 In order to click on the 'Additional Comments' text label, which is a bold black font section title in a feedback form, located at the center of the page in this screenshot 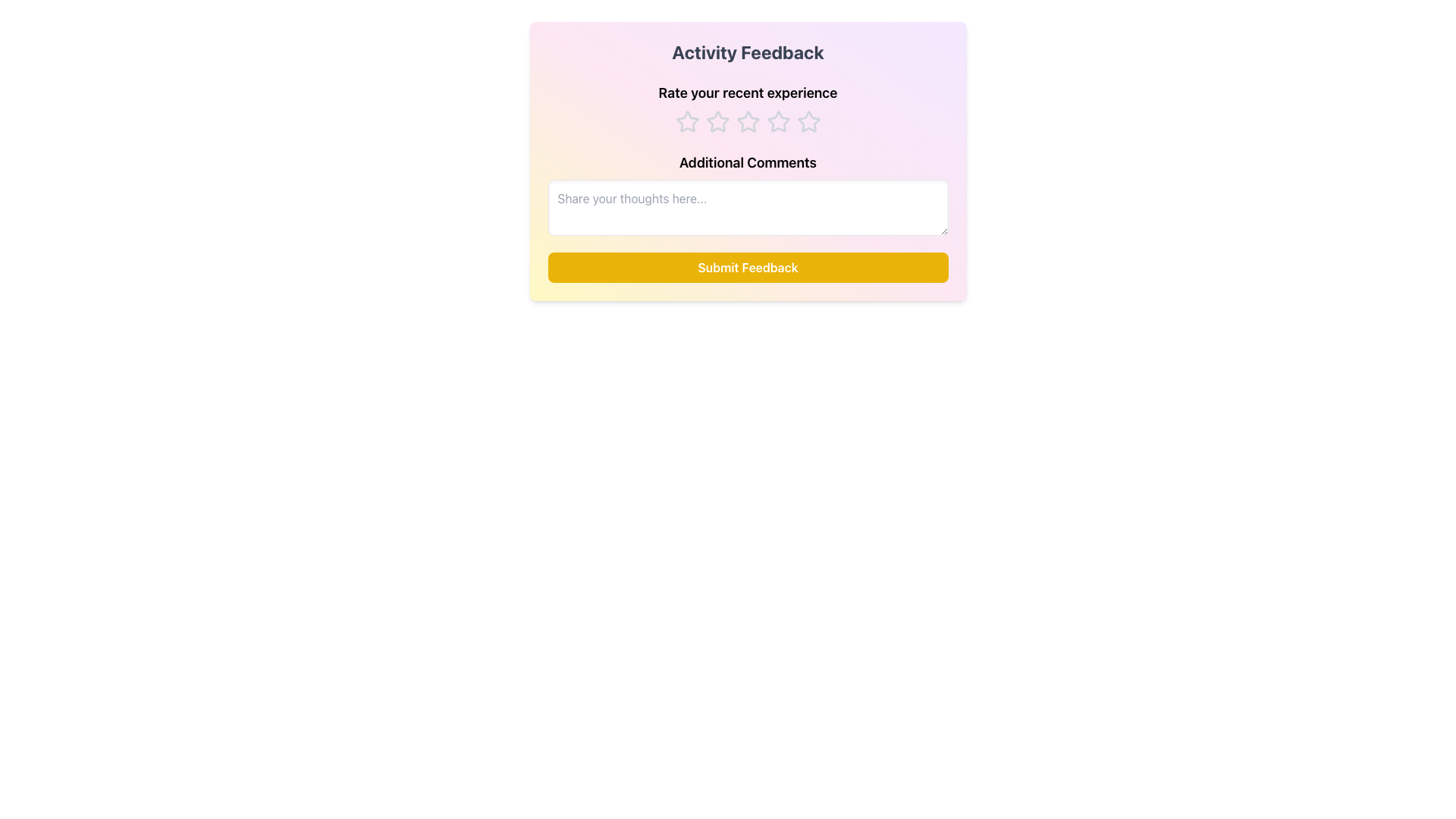, I will do `click(748, 163)`.